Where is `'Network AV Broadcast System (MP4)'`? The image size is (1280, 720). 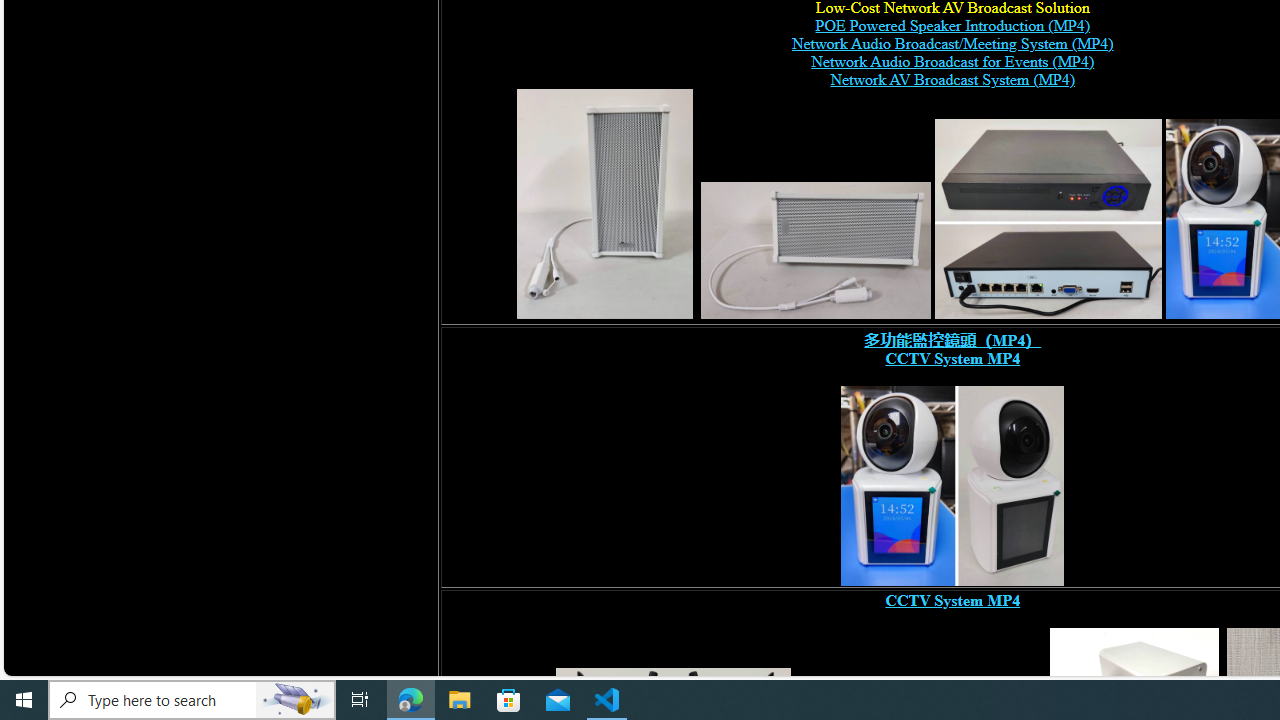 'Network AV Broadcast System (MP4)' is located at coordinates (951, 79).